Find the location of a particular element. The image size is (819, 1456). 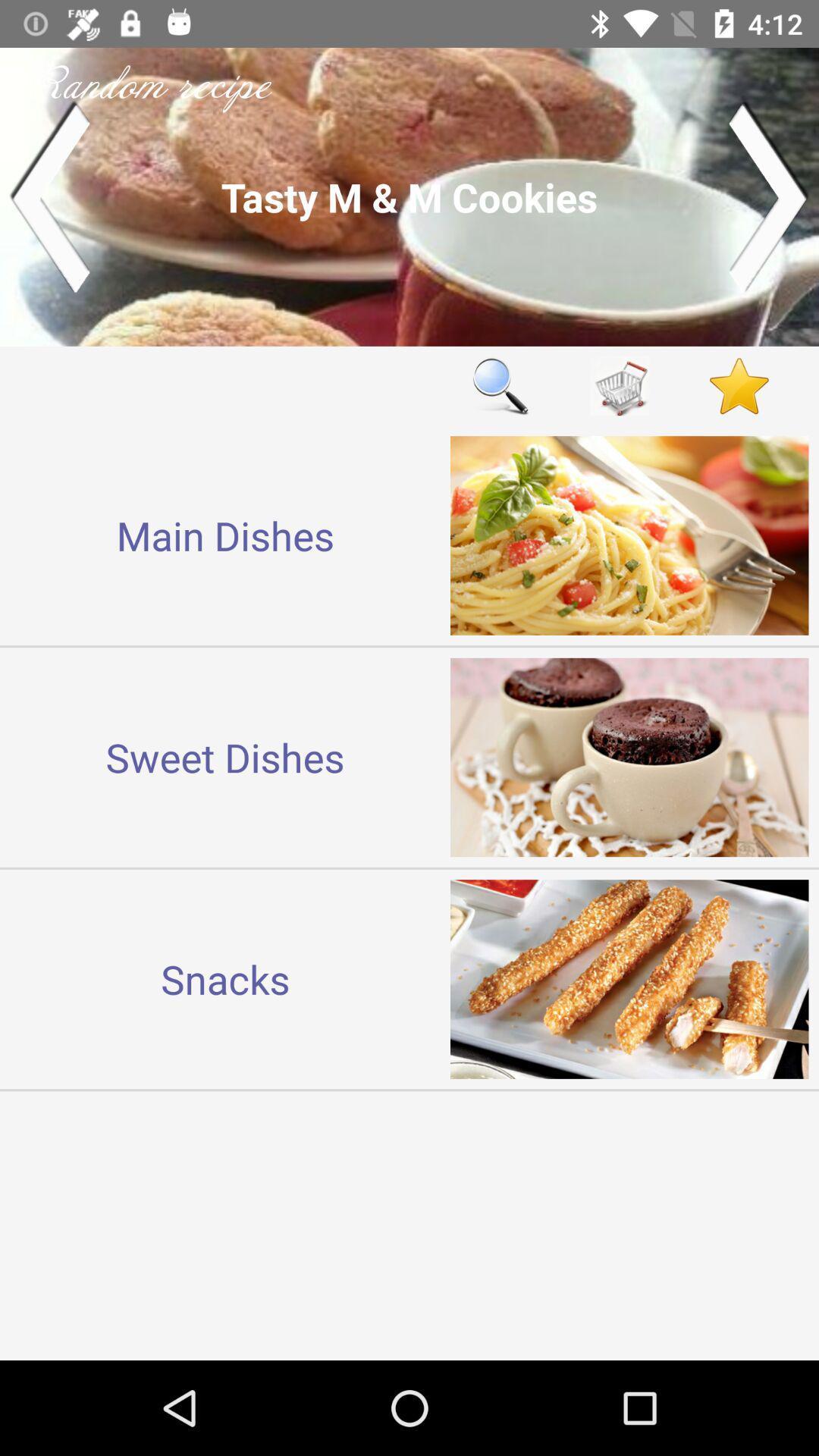

the icon below main dishes item is located at coordinates (225, 757).